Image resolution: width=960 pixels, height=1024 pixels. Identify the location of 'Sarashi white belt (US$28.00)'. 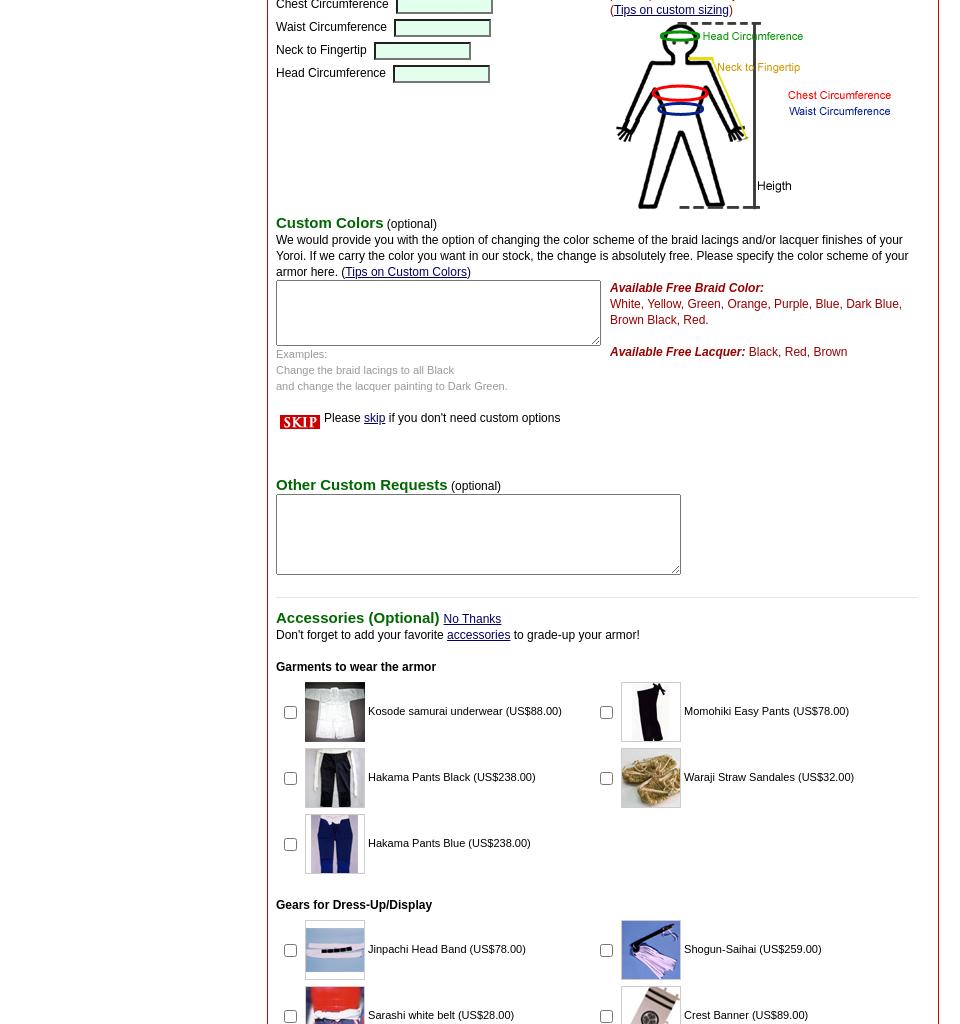
(441, 1012).